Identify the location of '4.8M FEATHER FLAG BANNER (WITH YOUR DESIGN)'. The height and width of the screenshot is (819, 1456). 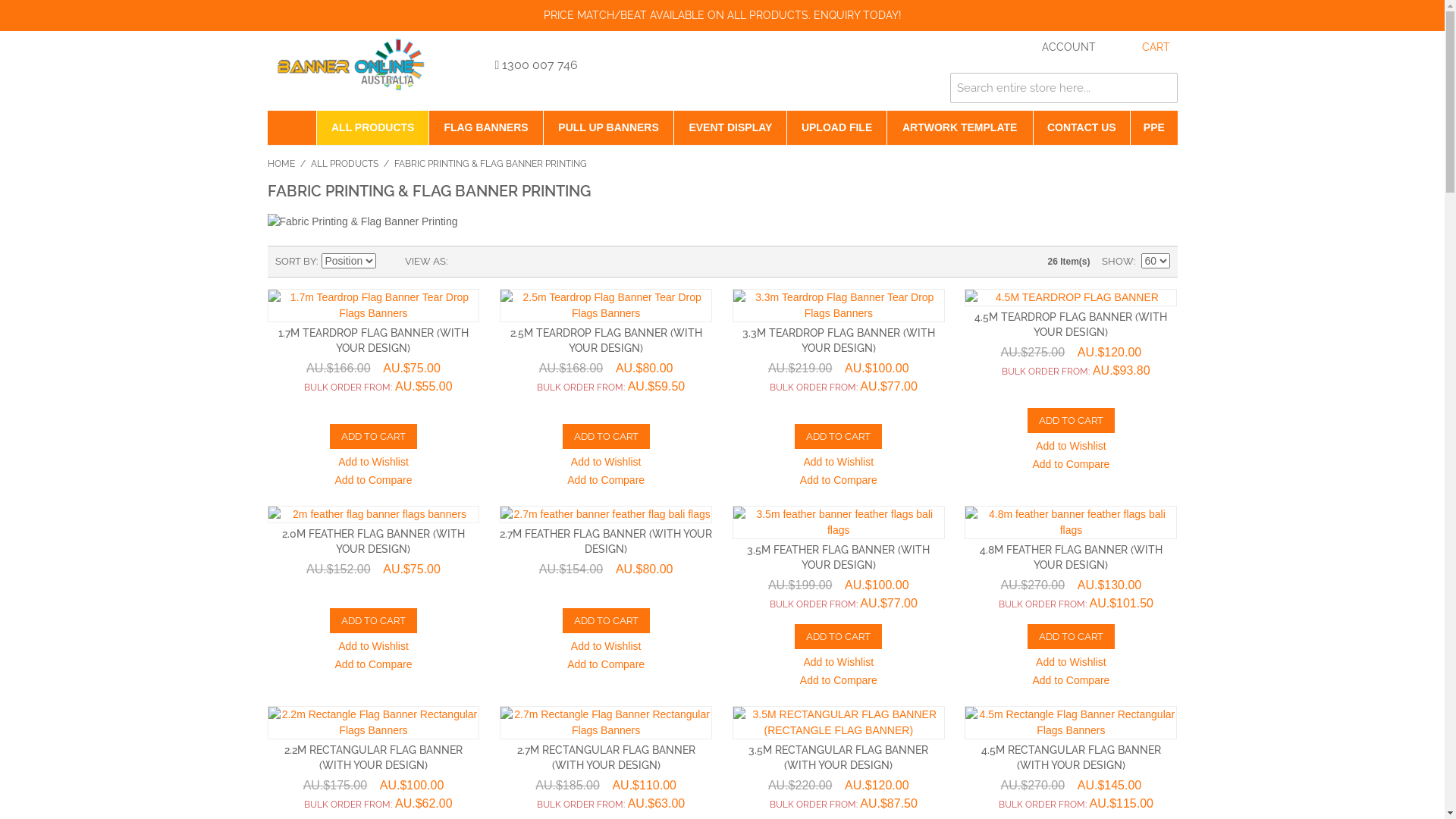
(1070, 557).